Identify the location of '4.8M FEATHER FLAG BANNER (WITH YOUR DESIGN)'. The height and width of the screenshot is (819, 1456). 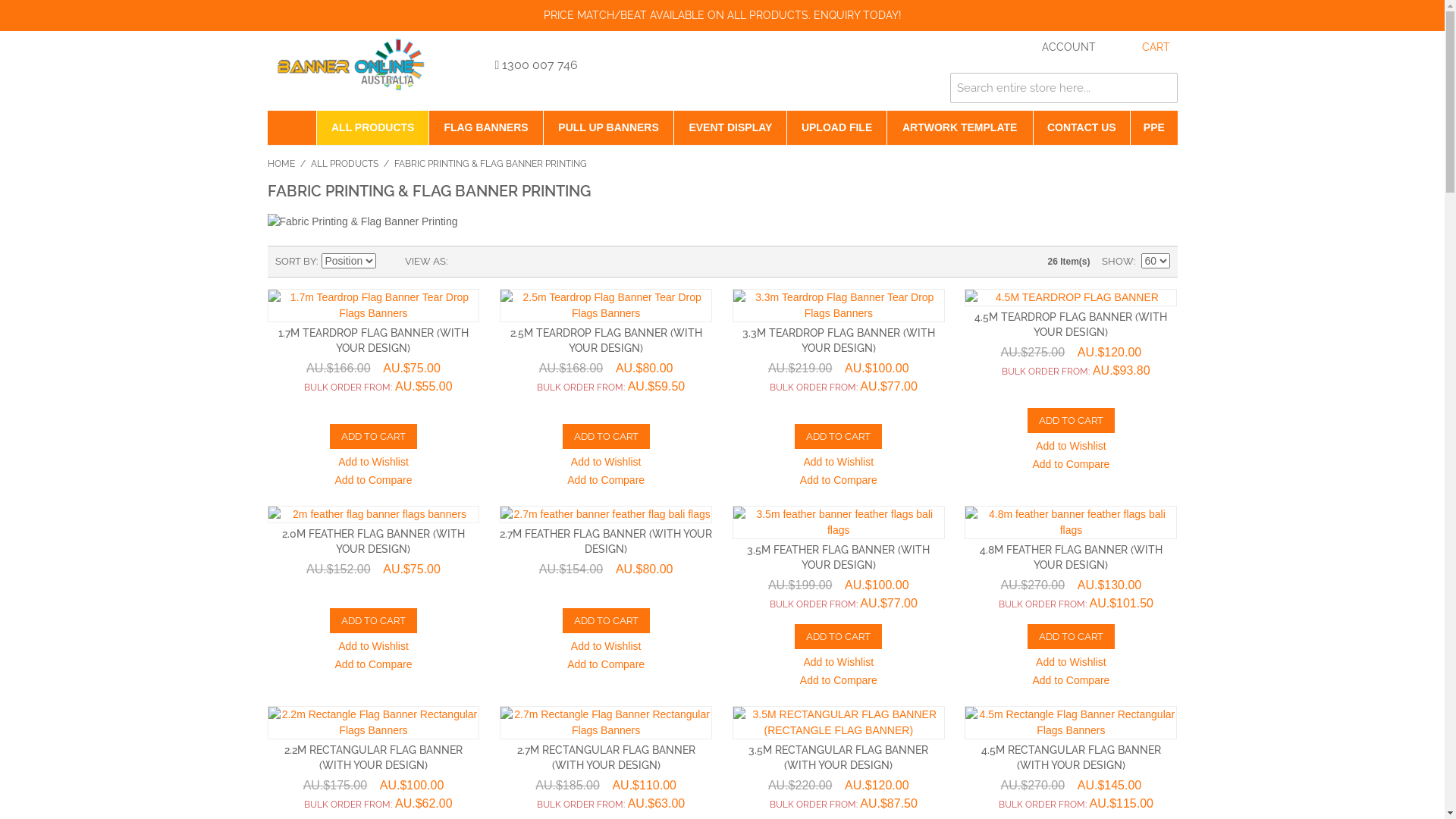
(1070, 557).